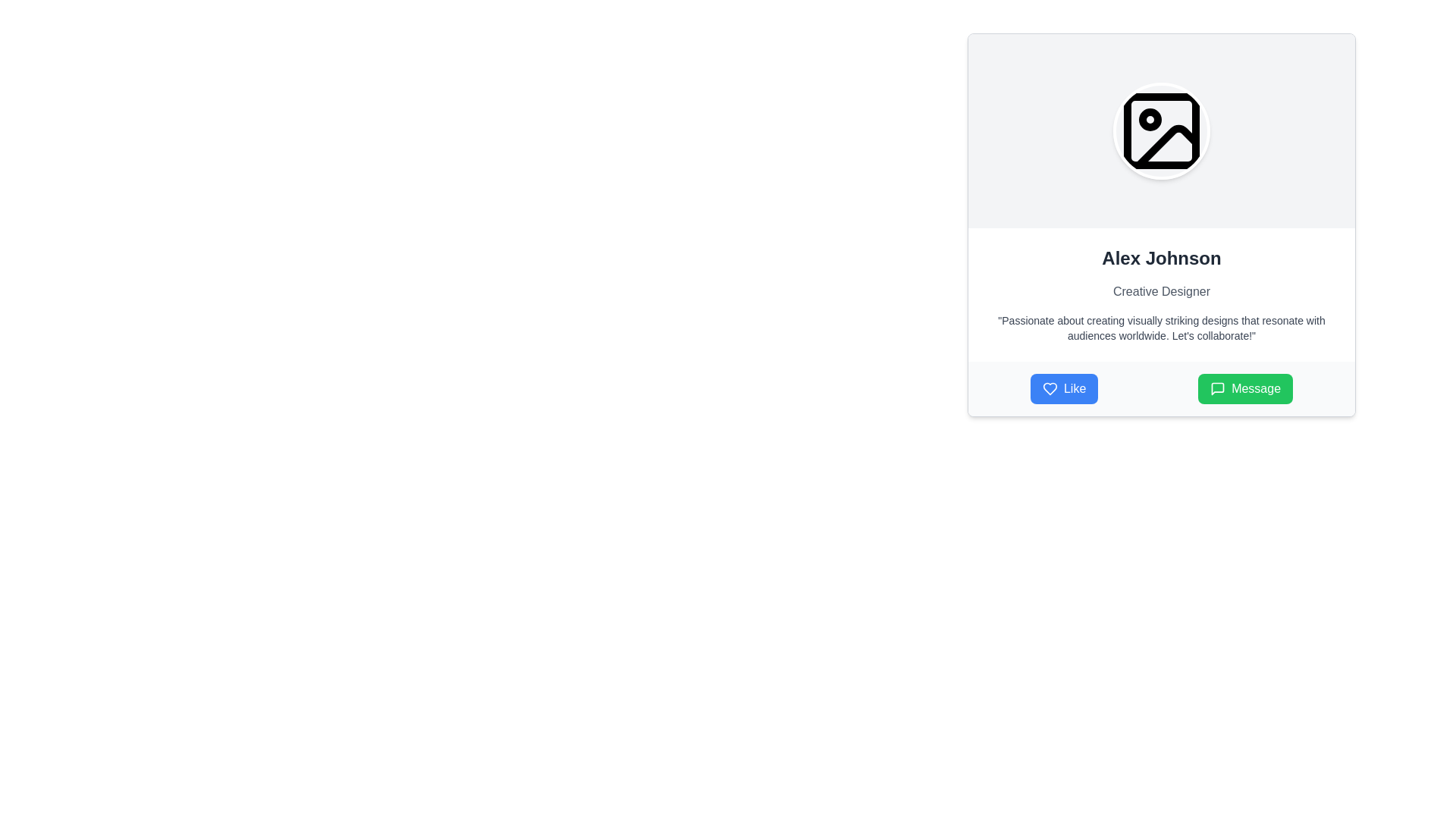 This screenshot has height=819, width=1456. Describe the element at coordinates (1063, 388) in the screenshot. I see `the 'Like' button located in the bottom section of the card-like component, positioned to the left of the 'Message' button` at that location.